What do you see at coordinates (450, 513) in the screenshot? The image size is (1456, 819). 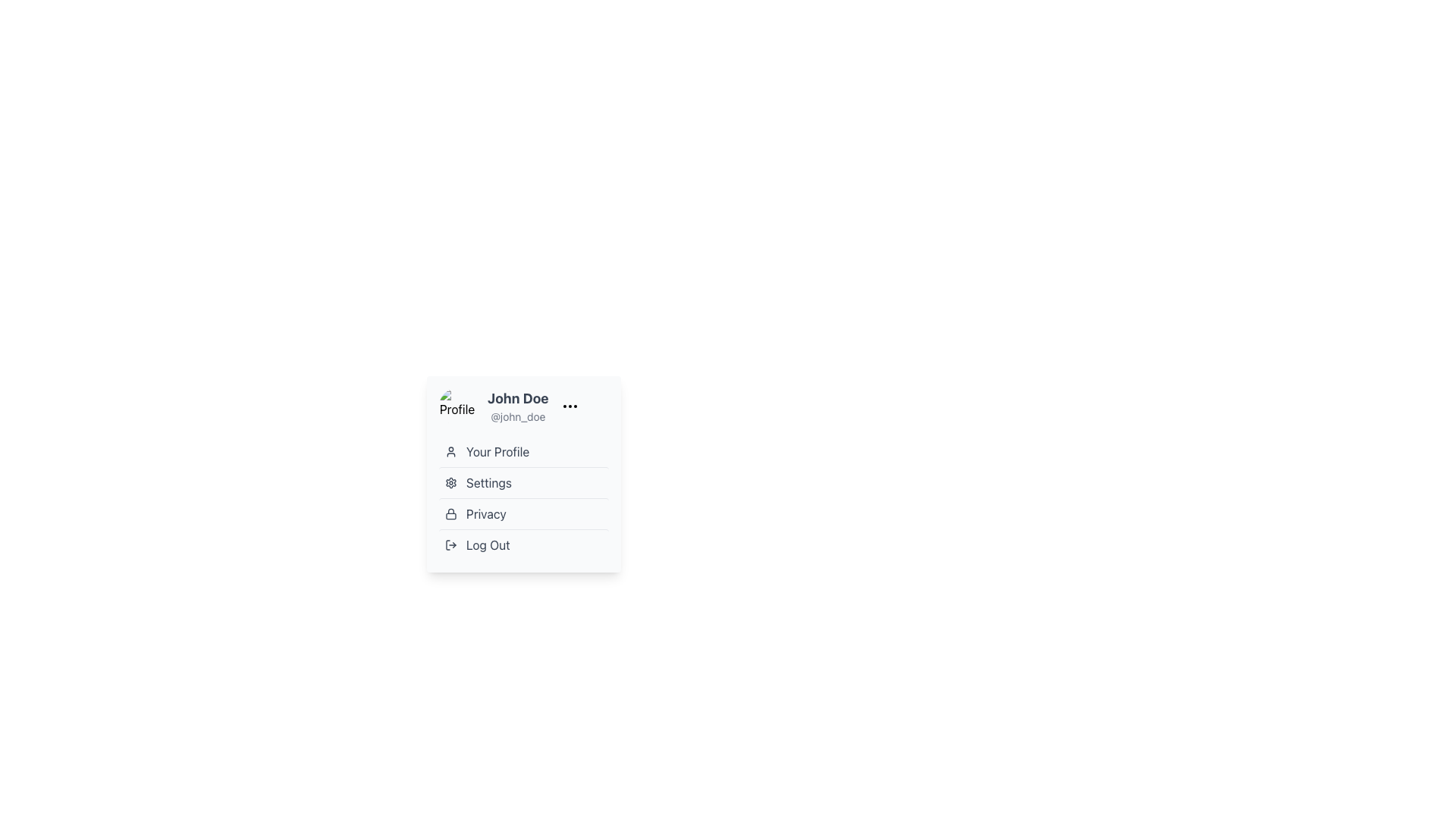 I see `the decorative lock icon representing privacy, located to the left of the 'Privacy' text label` at bounding box center [450, 513].